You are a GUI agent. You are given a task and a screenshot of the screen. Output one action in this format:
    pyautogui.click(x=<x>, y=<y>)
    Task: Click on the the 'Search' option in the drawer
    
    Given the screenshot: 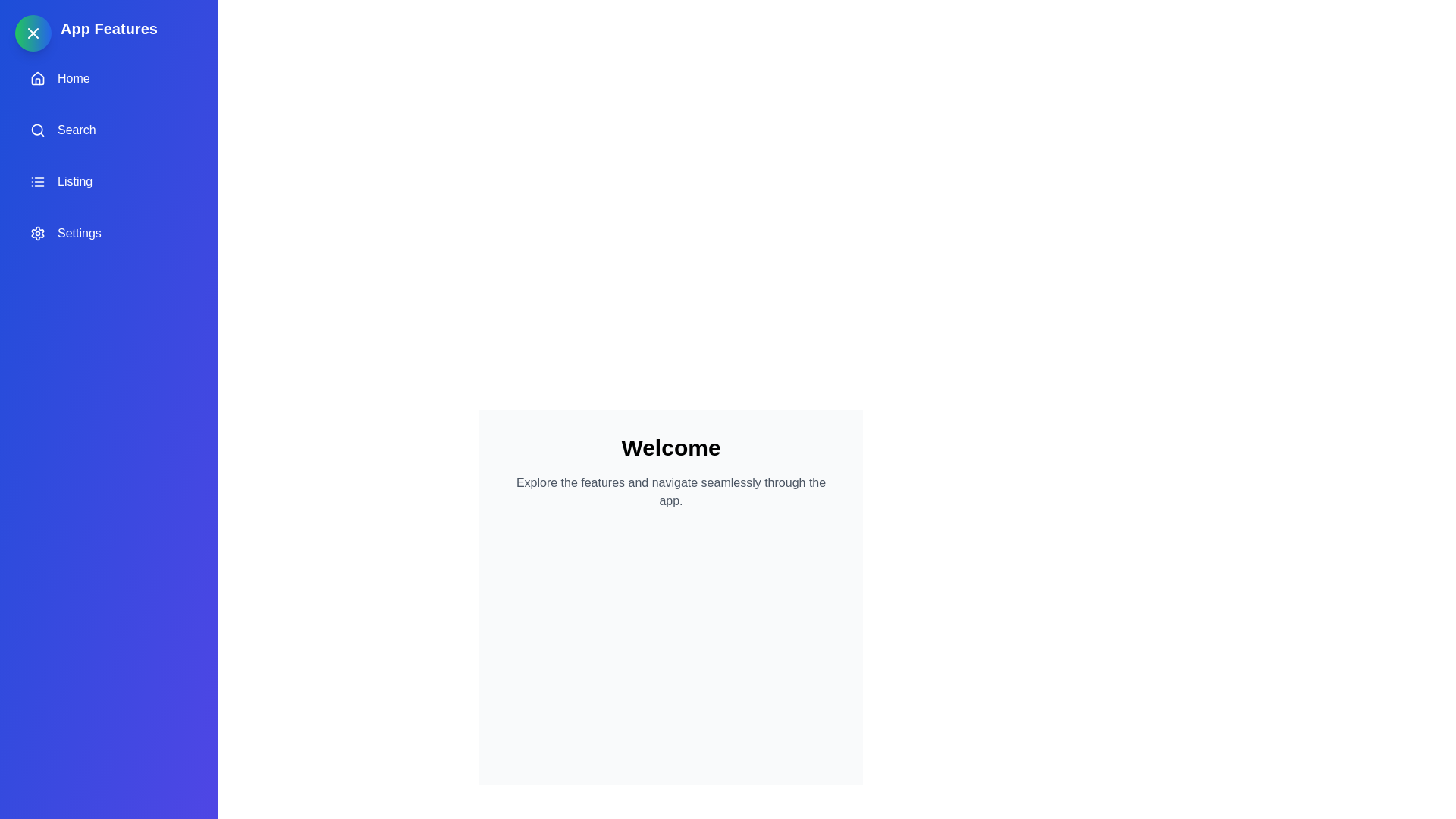 What is the action you would take?
    pyautogui.click(x=108, y=130)
    